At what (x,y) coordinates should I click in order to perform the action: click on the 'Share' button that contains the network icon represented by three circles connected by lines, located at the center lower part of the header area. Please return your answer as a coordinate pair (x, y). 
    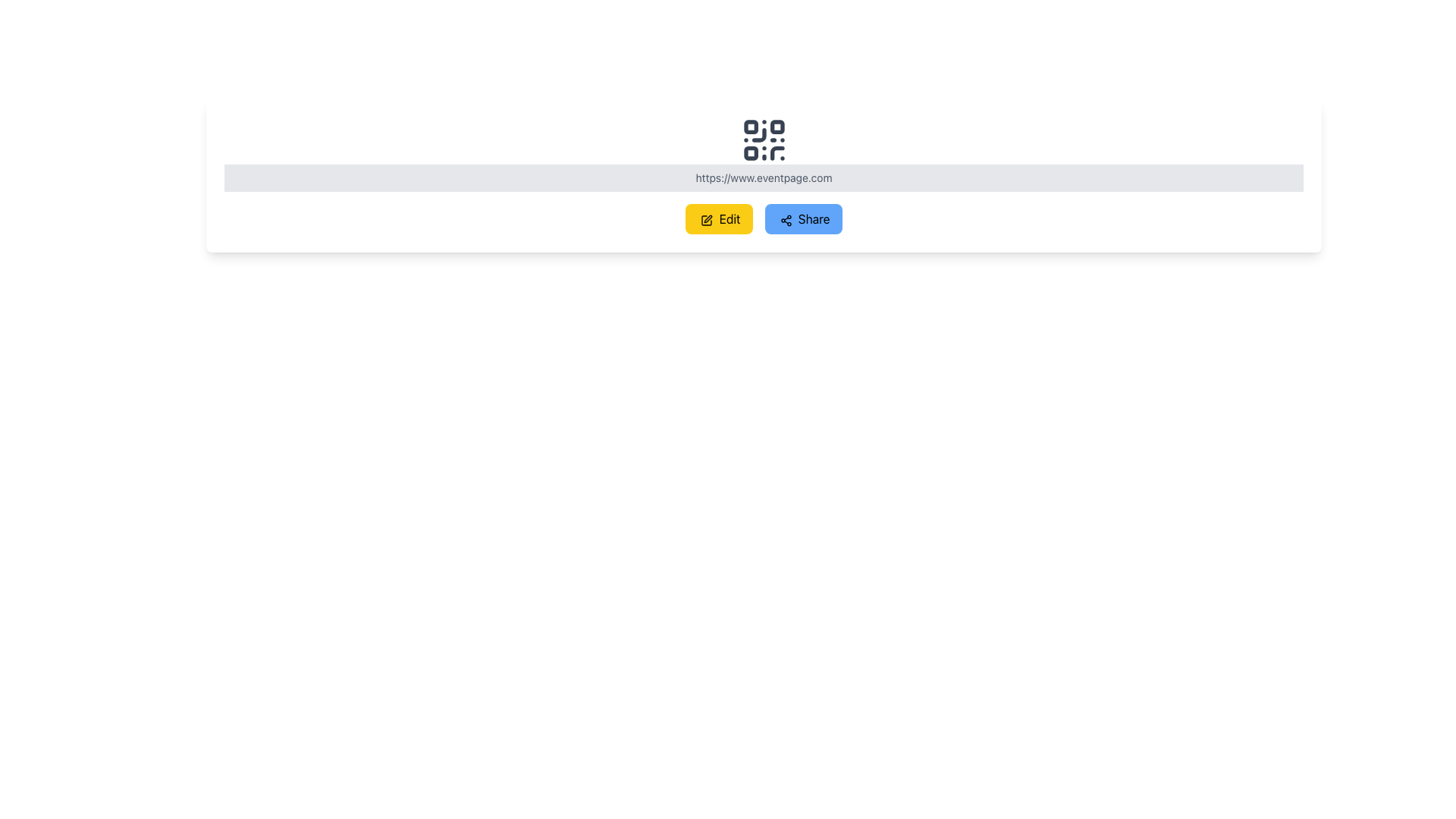
    Looking at the image, I should click on (786, 220).